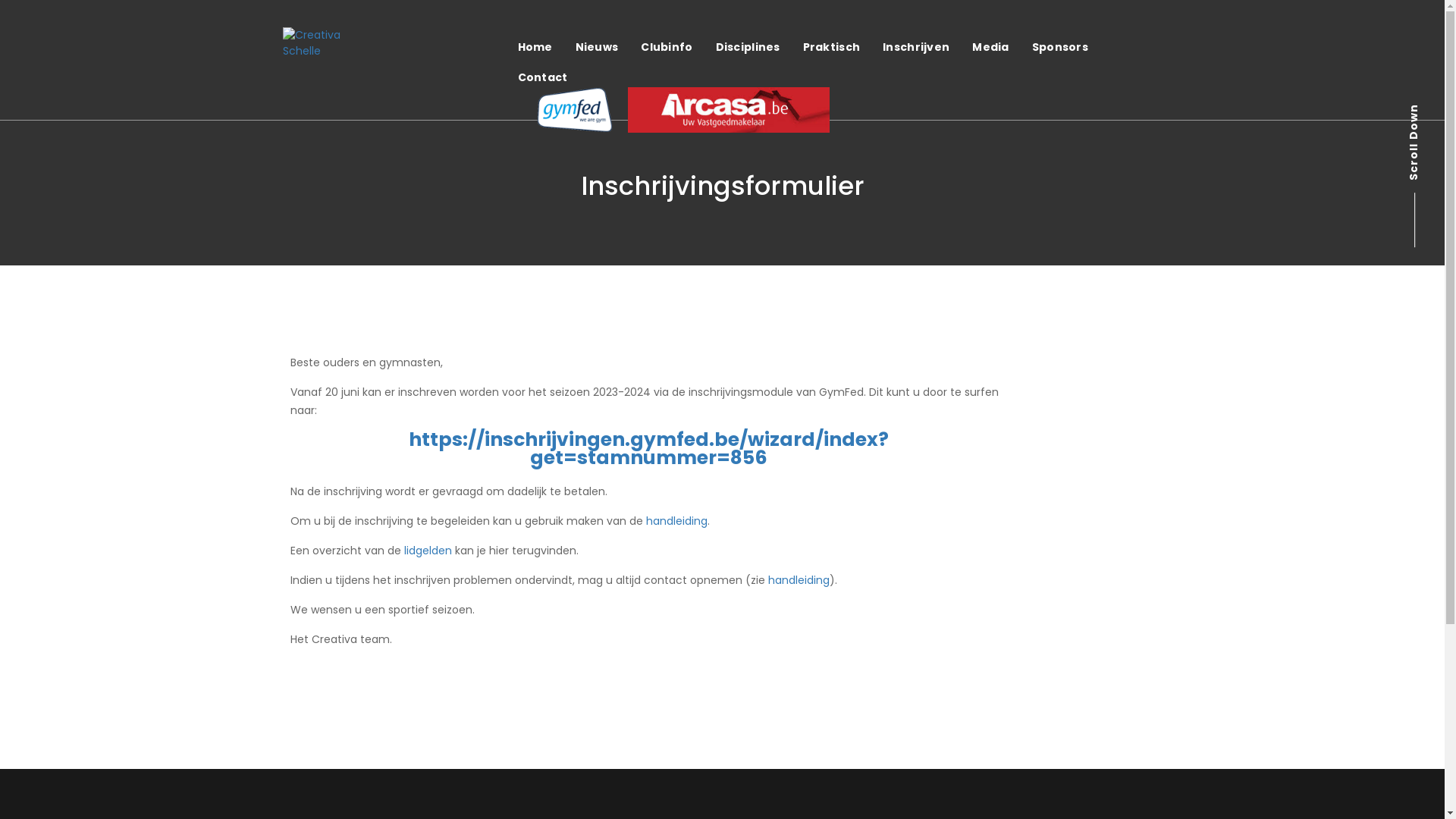 The width and height of the screenshot is (1456, 819). Describe the element at coordinates (1059, 45) in the screenshot. I see `'Sponsors'` at that location.